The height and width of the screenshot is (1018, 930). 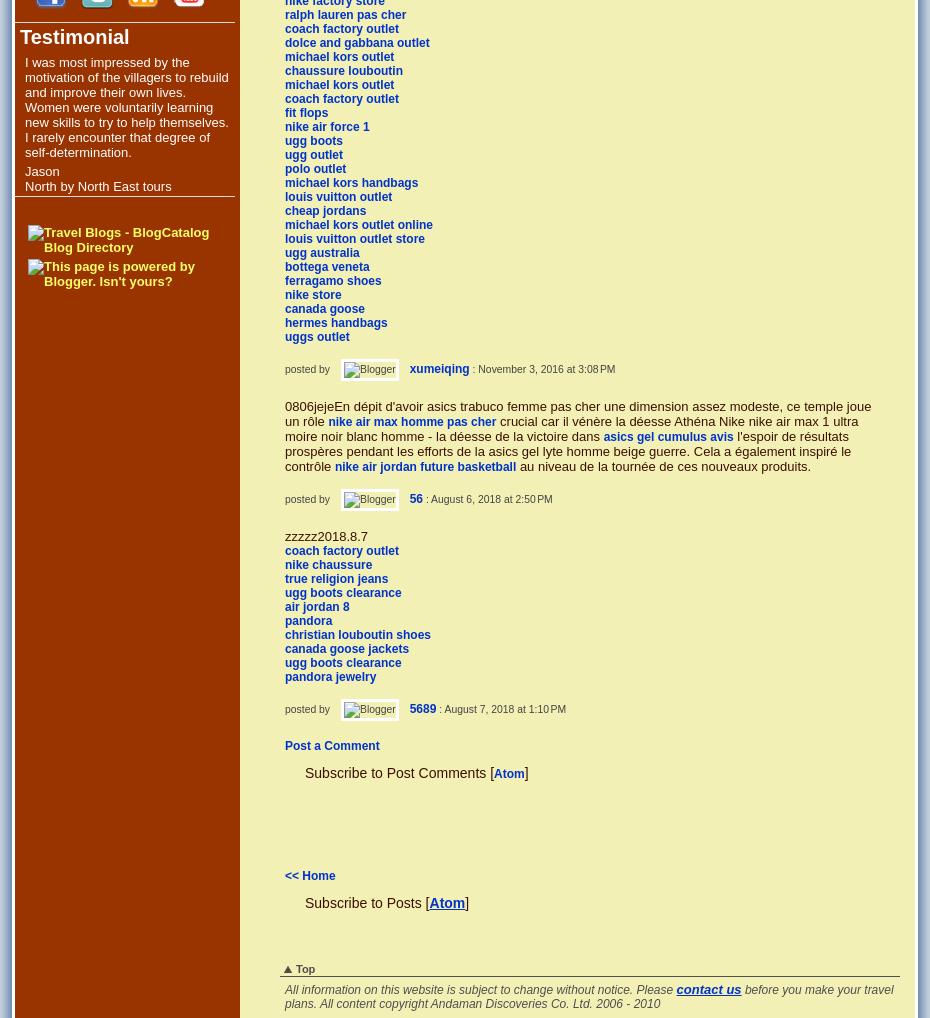 I want to click on 'All information on this website is subject to change without notice. Please', so click(x=285, y=990).